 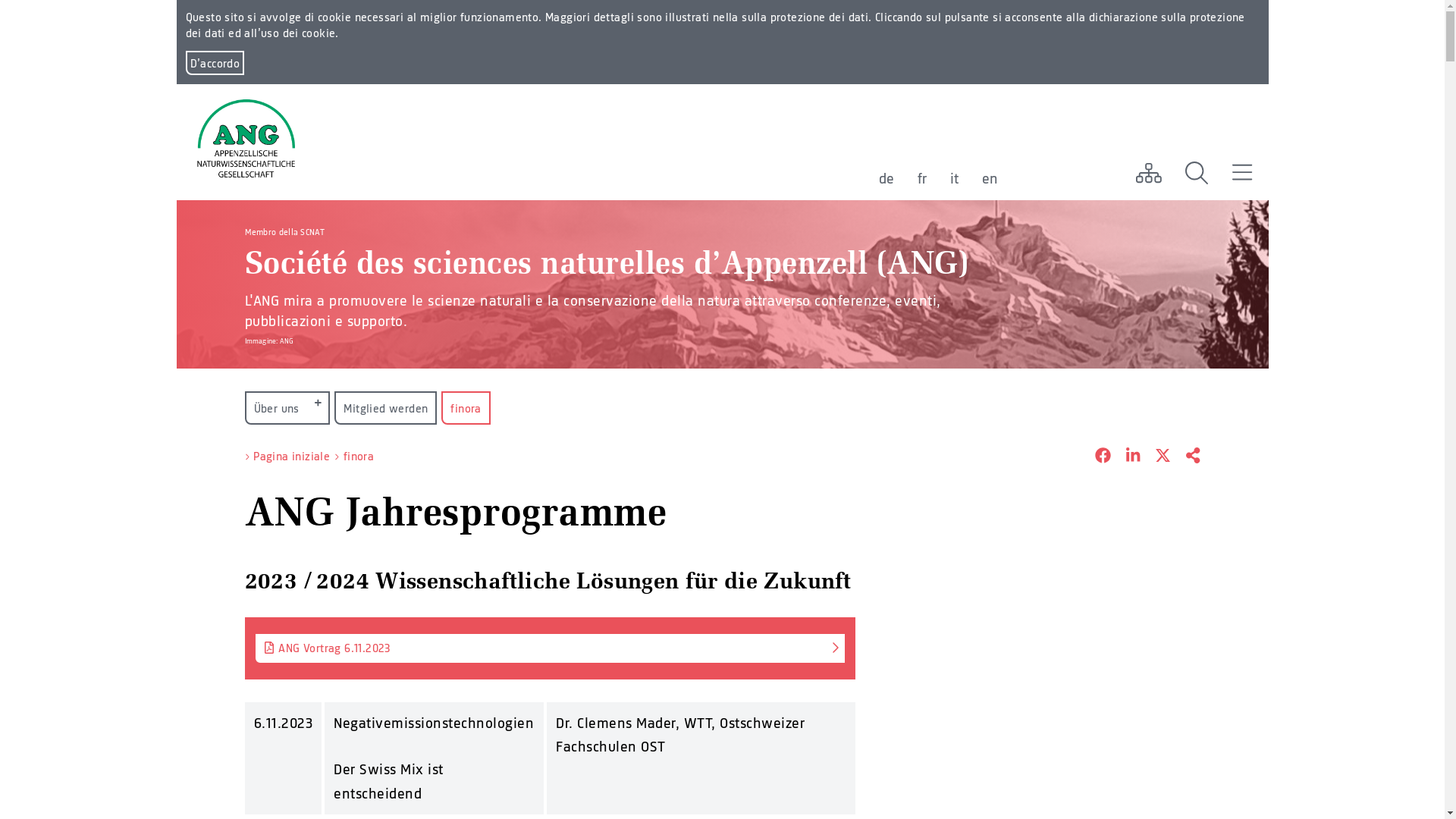 What do you see at coordinates (818, 17) in the screenshot?
I see `'protezione dei dati'` at bounding box center [818, 17].